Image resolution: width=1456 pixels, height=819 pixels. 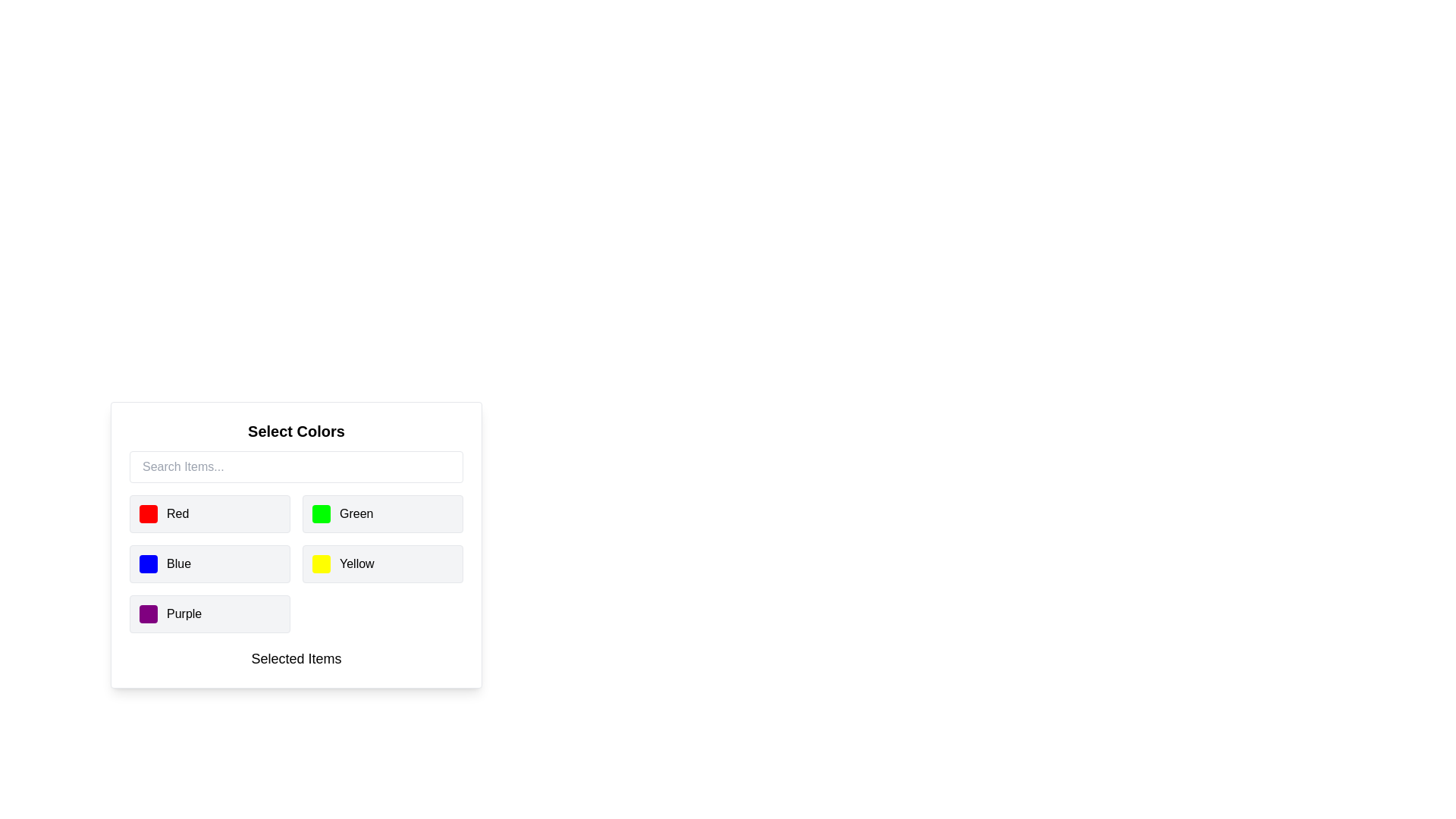 What do you see at coordinates (209, 564) in the screenshot?
I see `the selectable color option labeled 'Blue' located in the third row, first column of the 'Select Colors' grid, positioned below 'Red' and to the left of 'Yellow'` at bounding box center [209, 564].